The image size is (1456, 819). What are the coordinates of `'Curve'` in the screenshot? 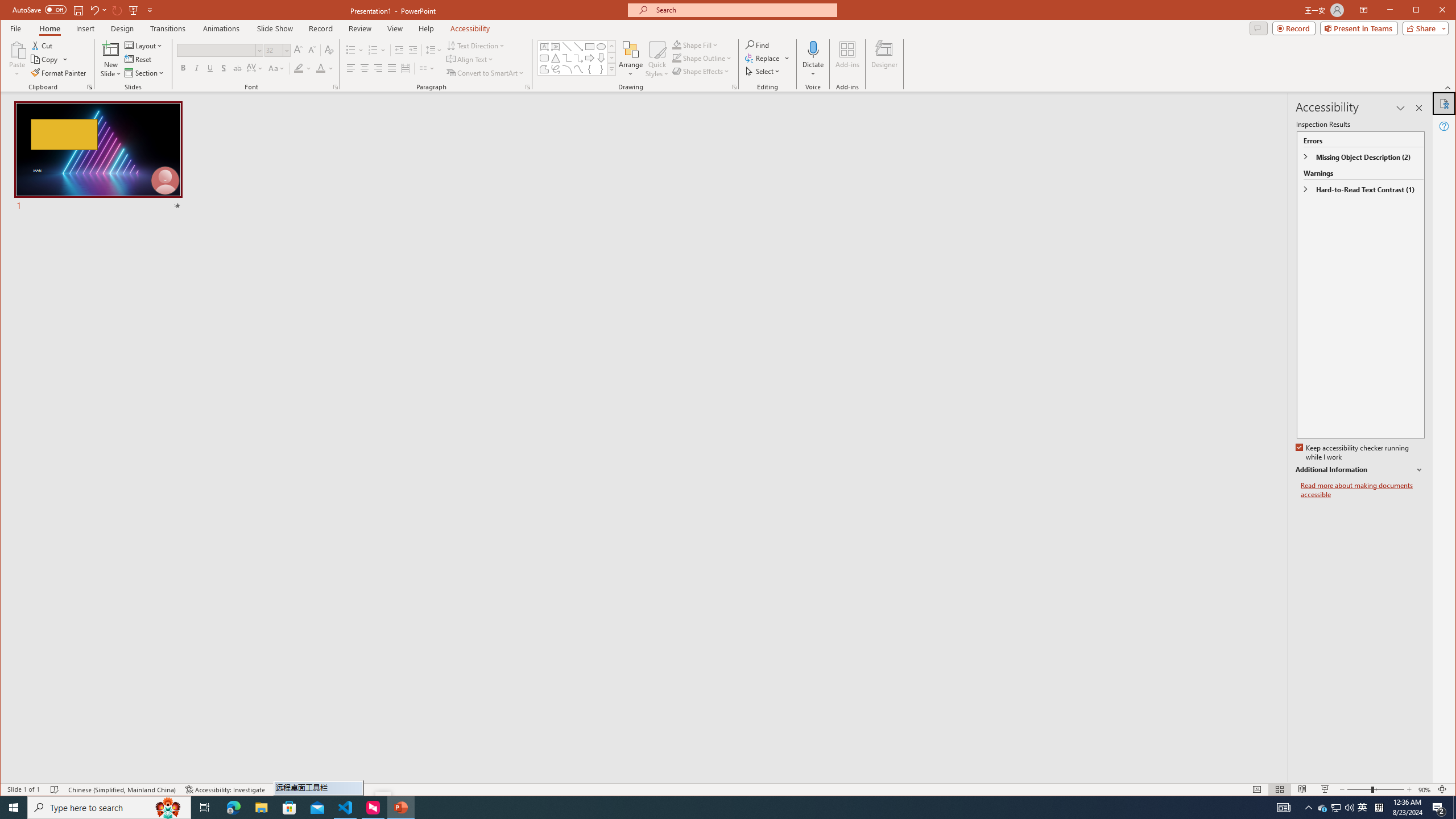 It's located at (577, 69).